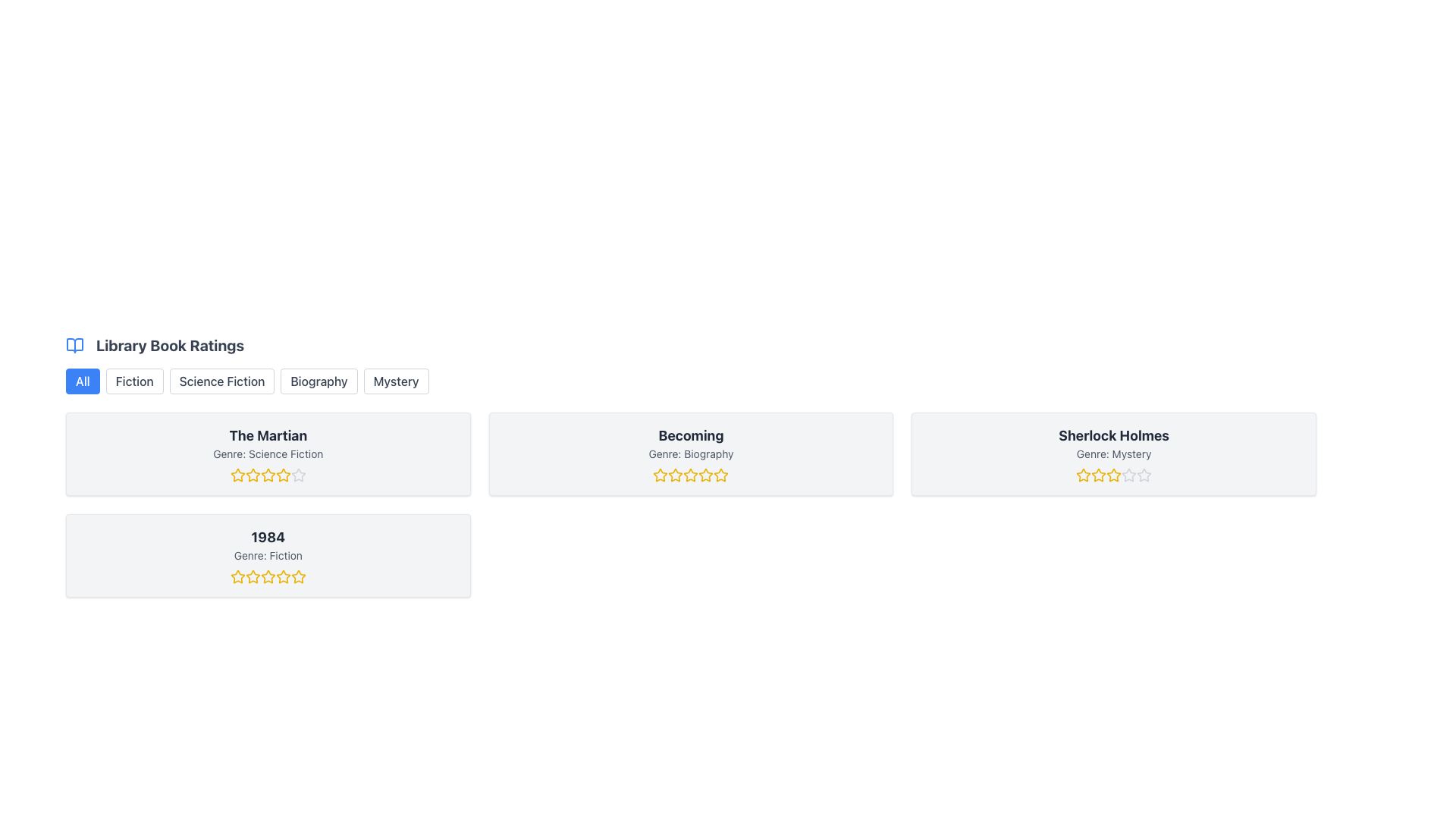  Describe the element at coordinates (237, 576) in the screenshot. I see `the first Rating Star Icon with a yellow outline under the book title '1984' to rate it` at that location.